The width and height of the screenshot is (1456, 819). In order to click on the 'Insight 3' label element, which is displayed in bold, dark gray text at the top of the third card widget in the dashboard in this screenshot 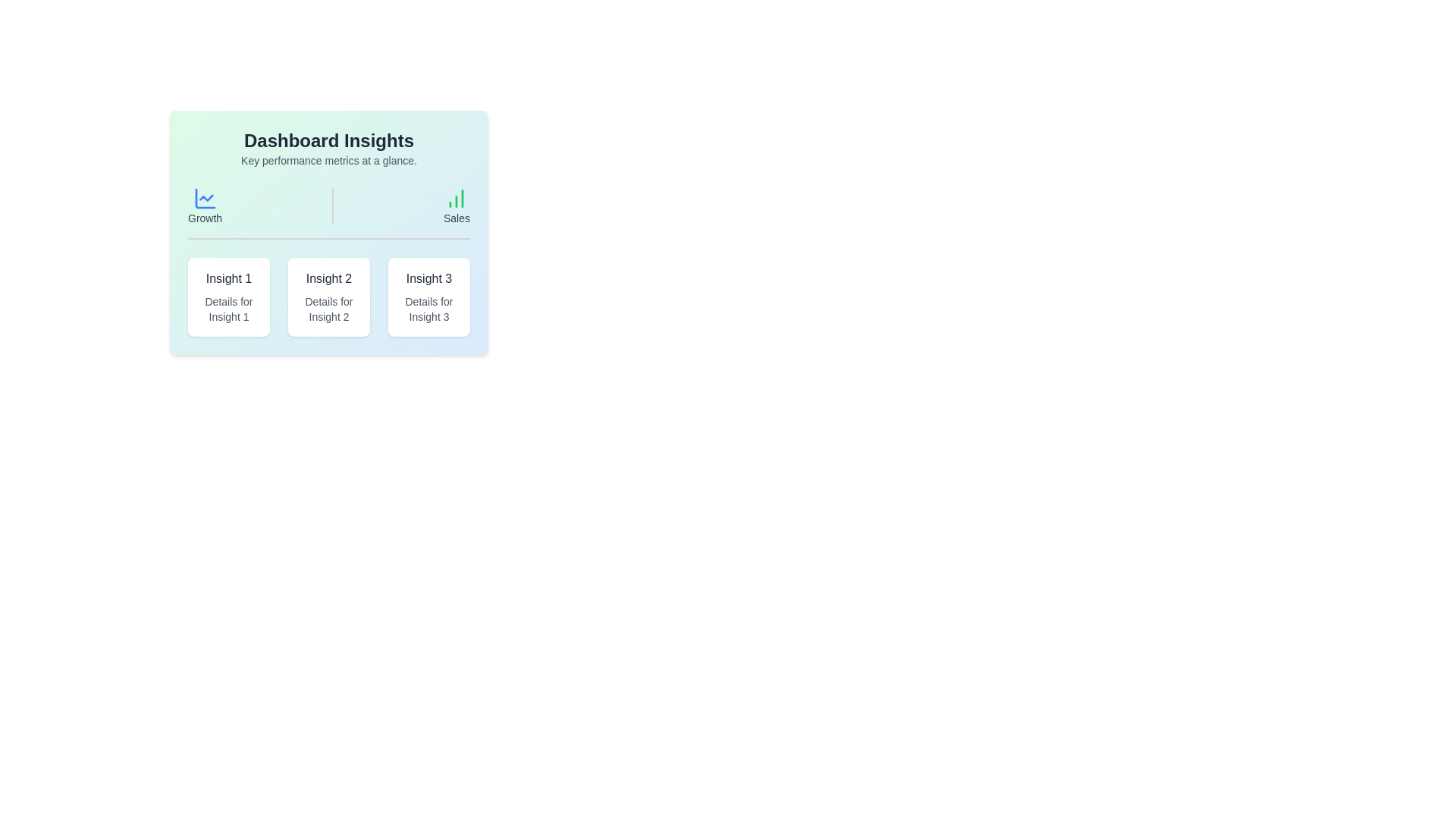, I will do `click(428, 278)`.